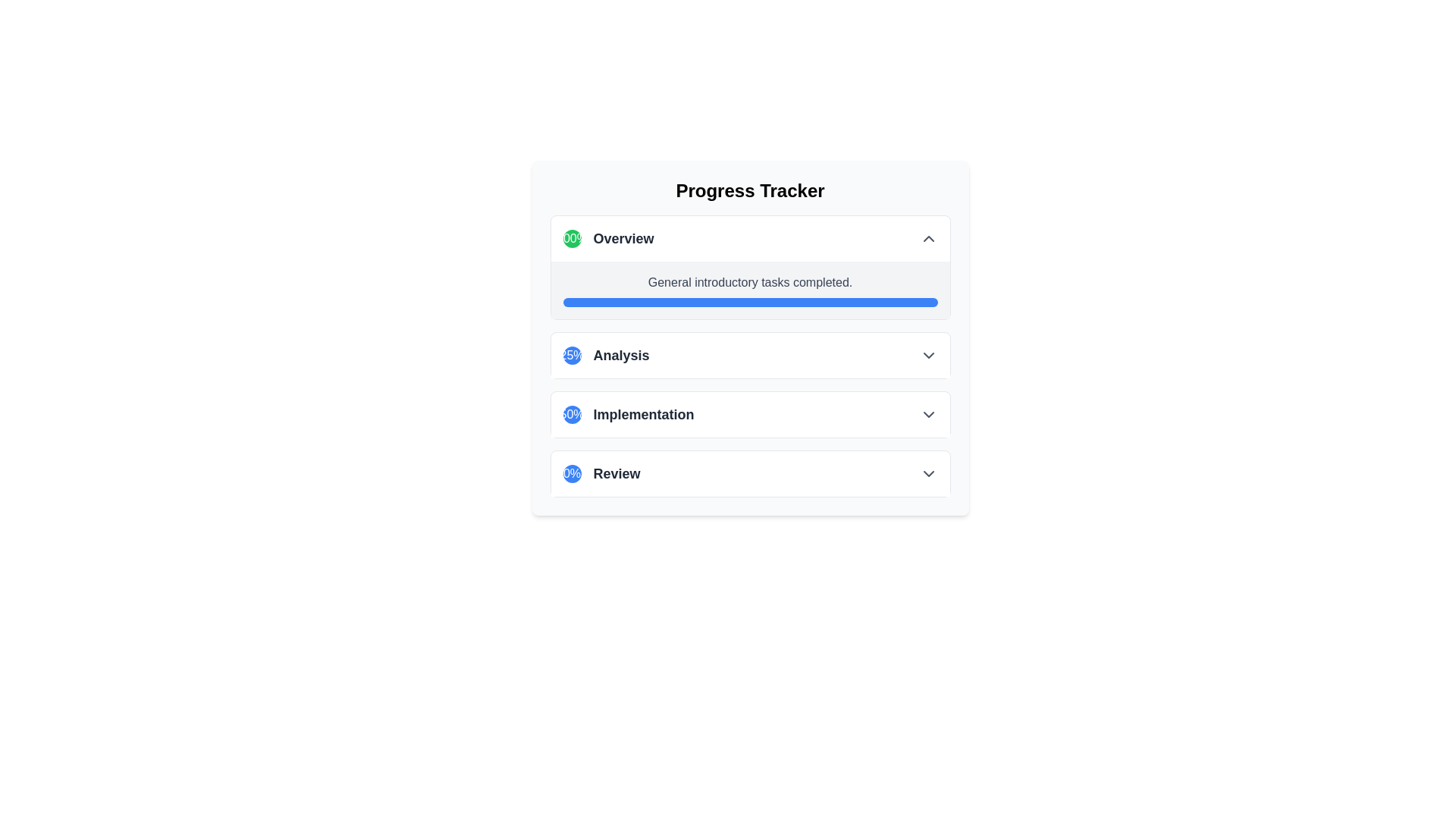 This screenshot has width=1456, height=819. Describe the element at coordinates (571, 356) in the screenshot. I see `details associated with the Progress Indicator Badge, which is a small circular badge with a blue background displaying '25%' and located to the left of the text 'Analysis' in the 'Progress Tracker' card` at that location.